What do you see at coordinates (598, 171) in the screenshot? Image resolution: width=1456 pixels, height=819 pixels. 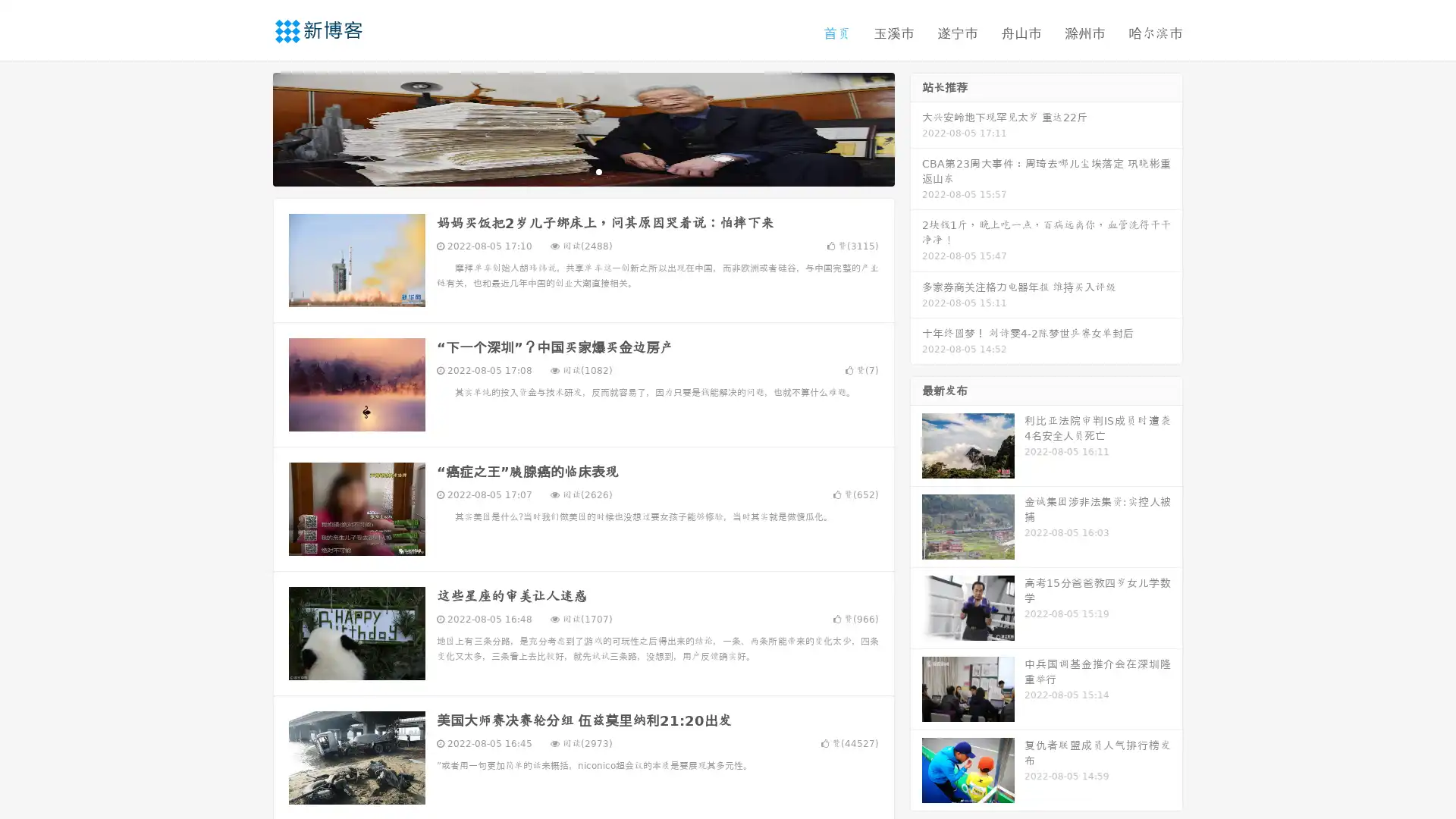 I see `Go to slide 3` at bounding box center [598, 171].